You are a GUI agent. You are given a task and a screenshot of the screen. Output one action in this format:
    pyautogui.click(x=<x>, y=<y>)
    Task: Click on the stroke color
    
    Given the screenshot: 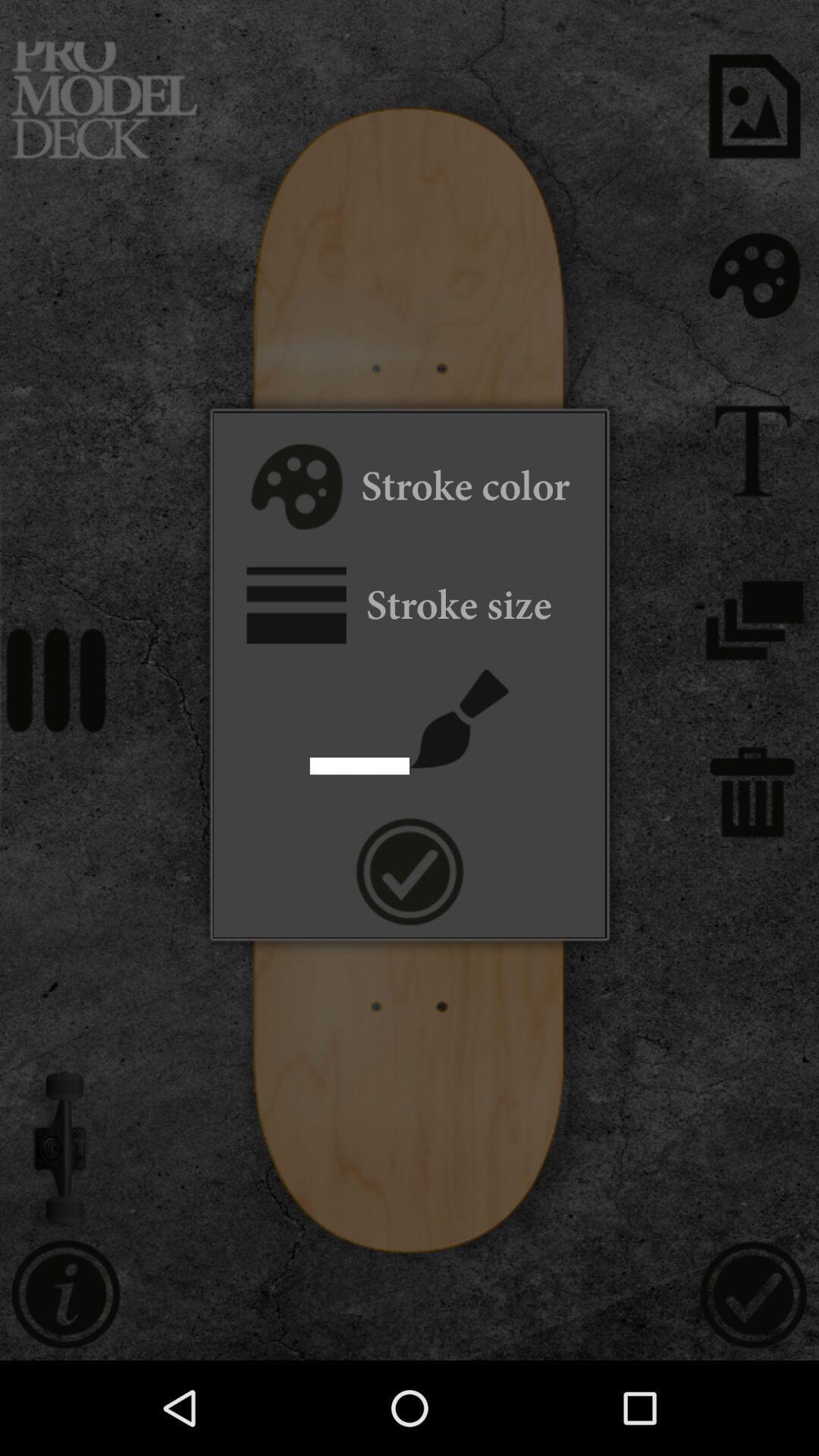 What is the action you would take?
    pyautogui.click(x=294, y=489)
    